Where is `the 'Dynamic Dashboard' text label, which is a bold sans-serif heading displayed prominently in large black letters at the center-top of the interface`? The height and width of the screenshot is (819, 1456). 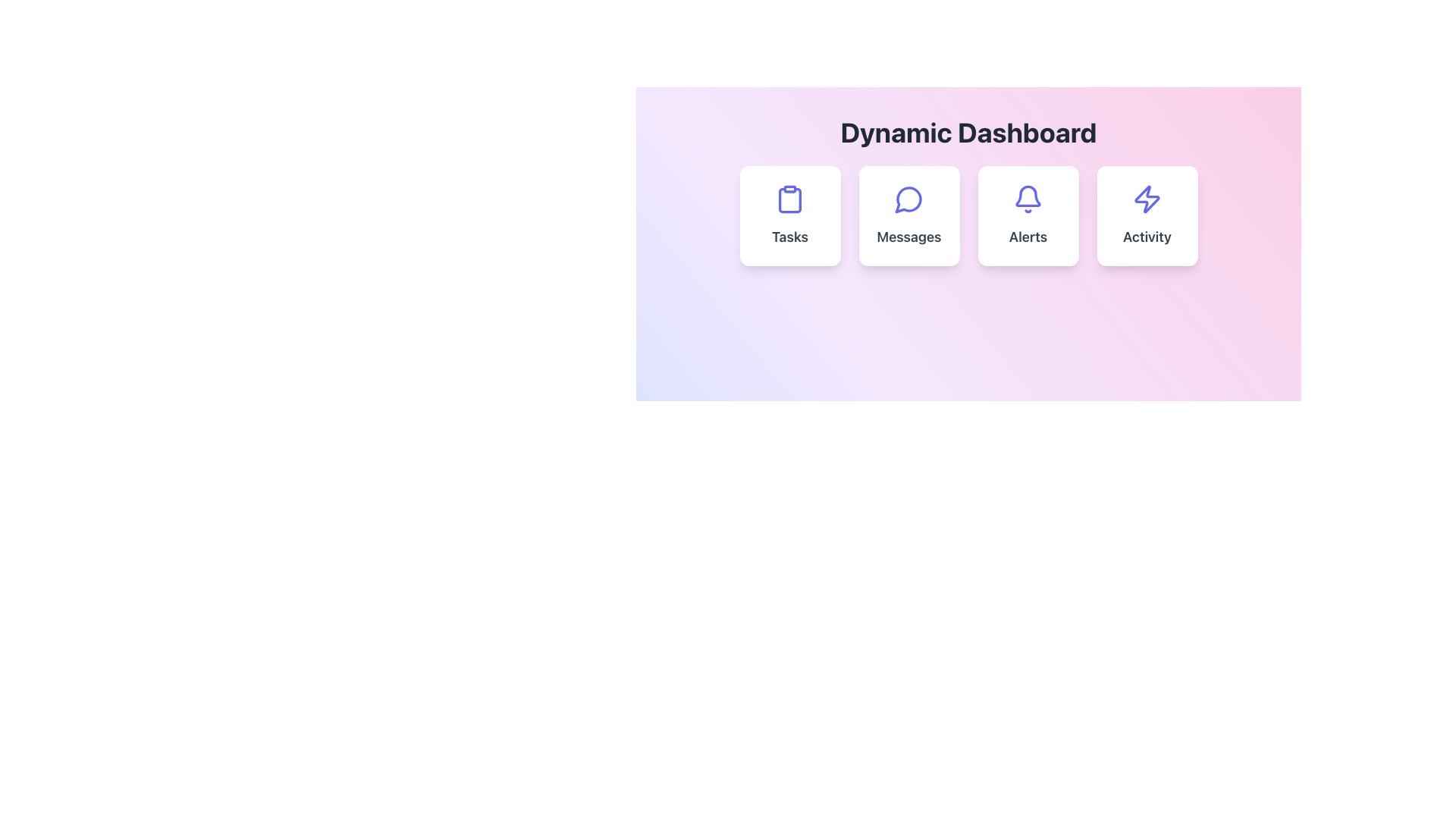
the 'Dynamic Dashboard' text label, which is a bold sans-serif heading displayed prominently in large black letters at the center-top of the interface is located at coordinates (968, 131).